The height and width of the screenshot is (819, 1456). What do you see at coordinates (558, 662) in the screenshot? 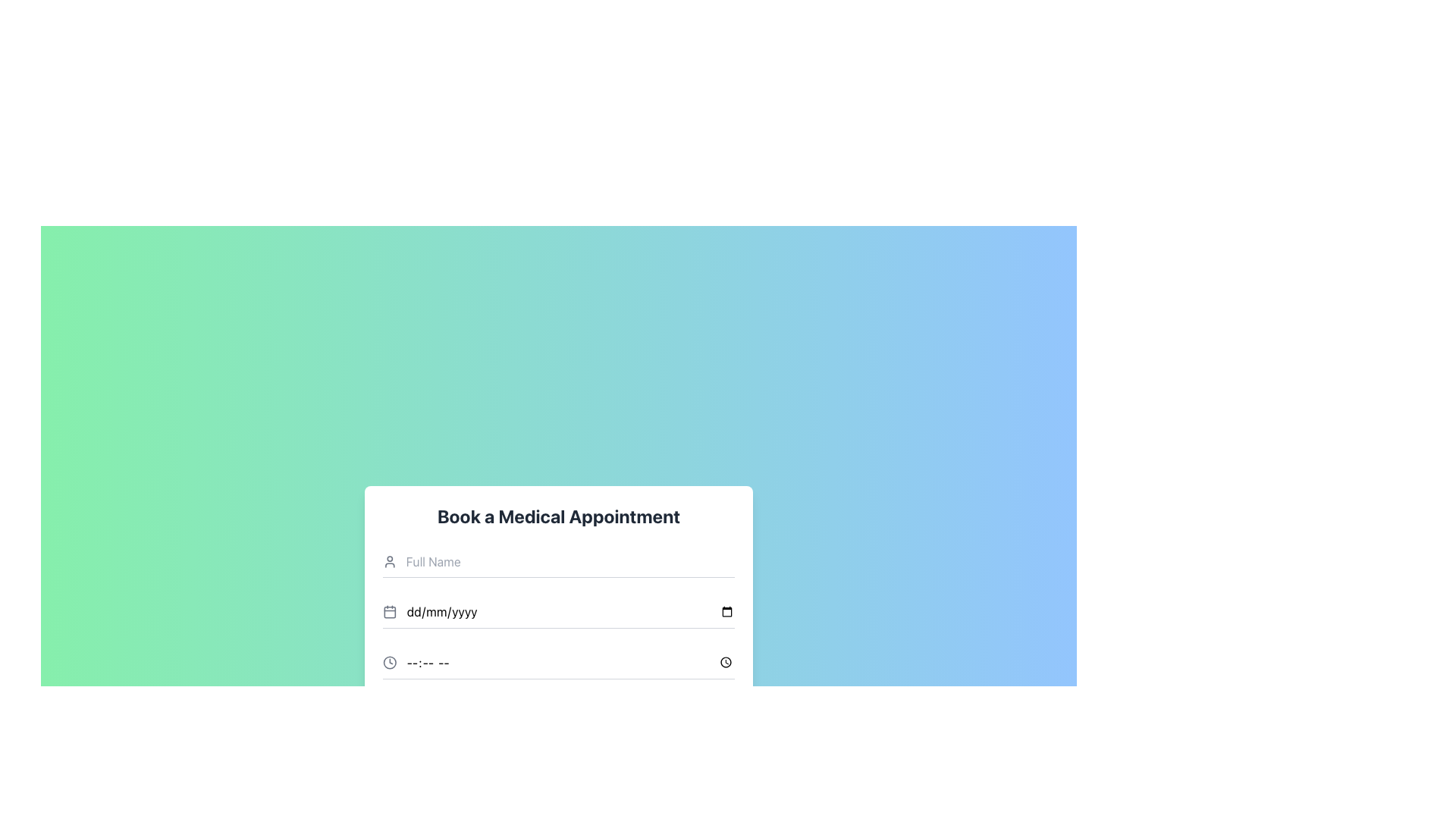
I see `the Time input field located in the 'Book a Medical Appointment' form, which is the fourth input field below the 'Appointment Date' field` at bounding box center [558, 662].